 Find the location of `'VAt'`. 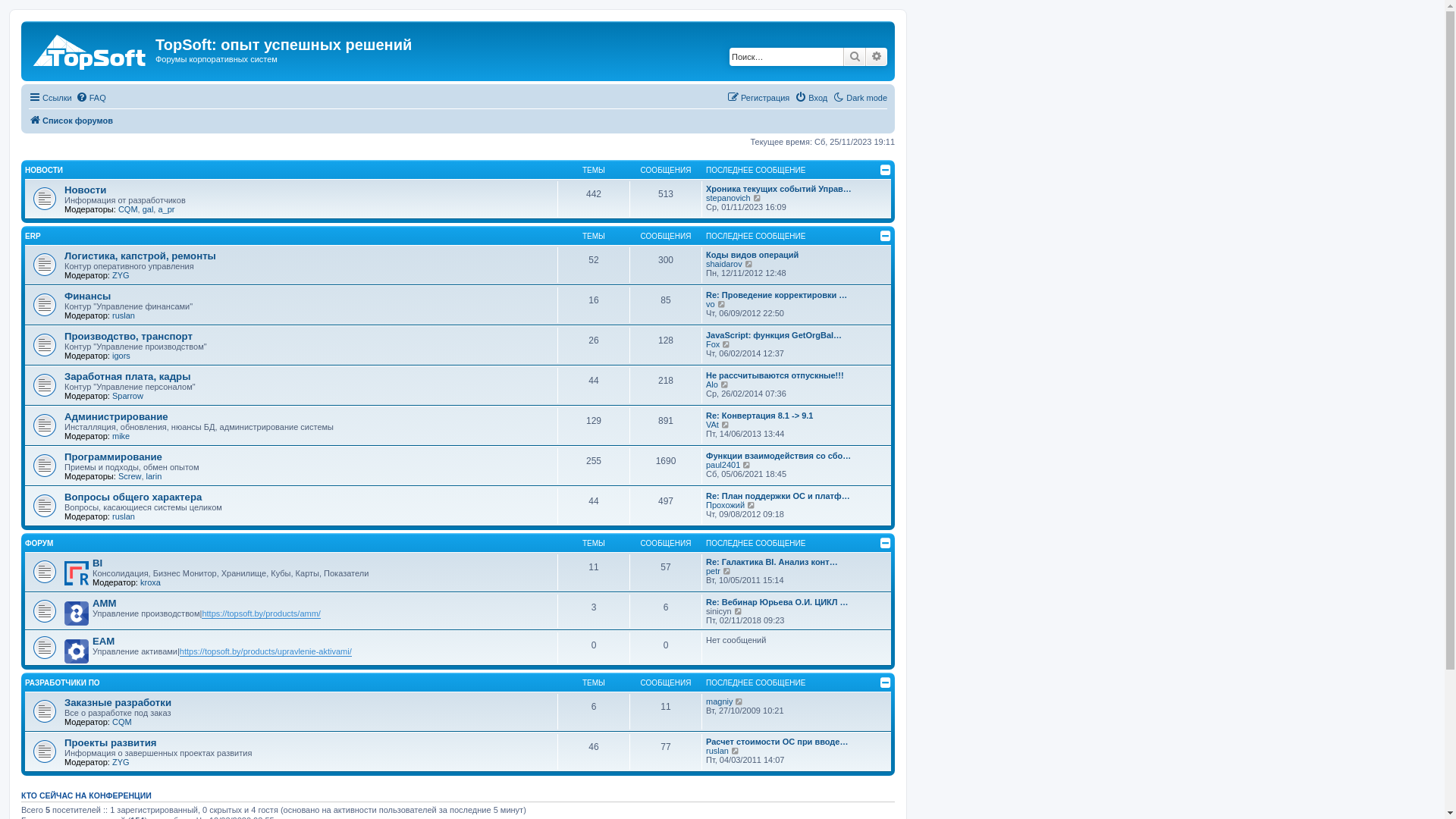

'VAt' is located at coordinates (711, 424).